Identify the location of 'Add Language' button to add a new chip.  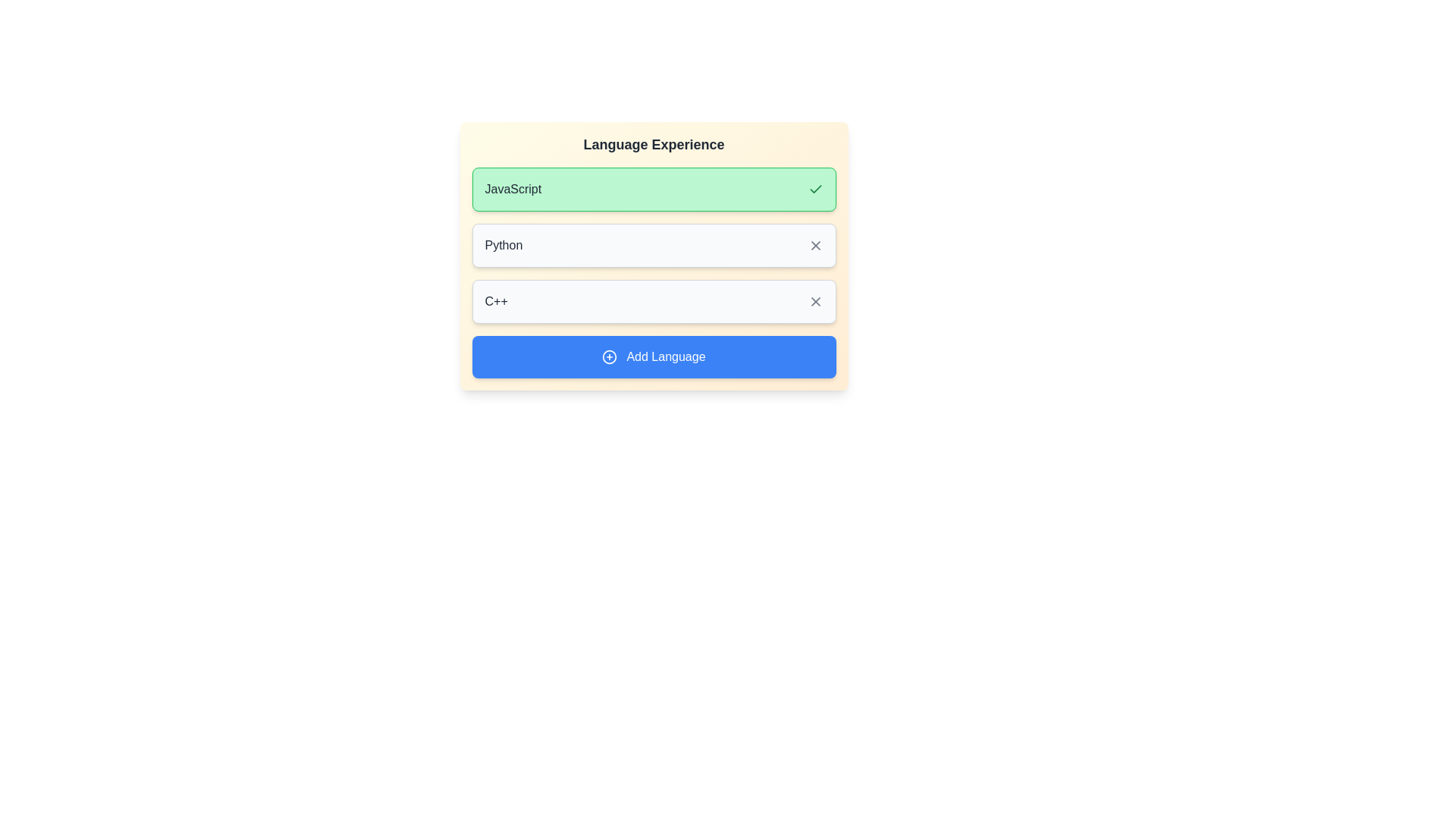
(654, 356).